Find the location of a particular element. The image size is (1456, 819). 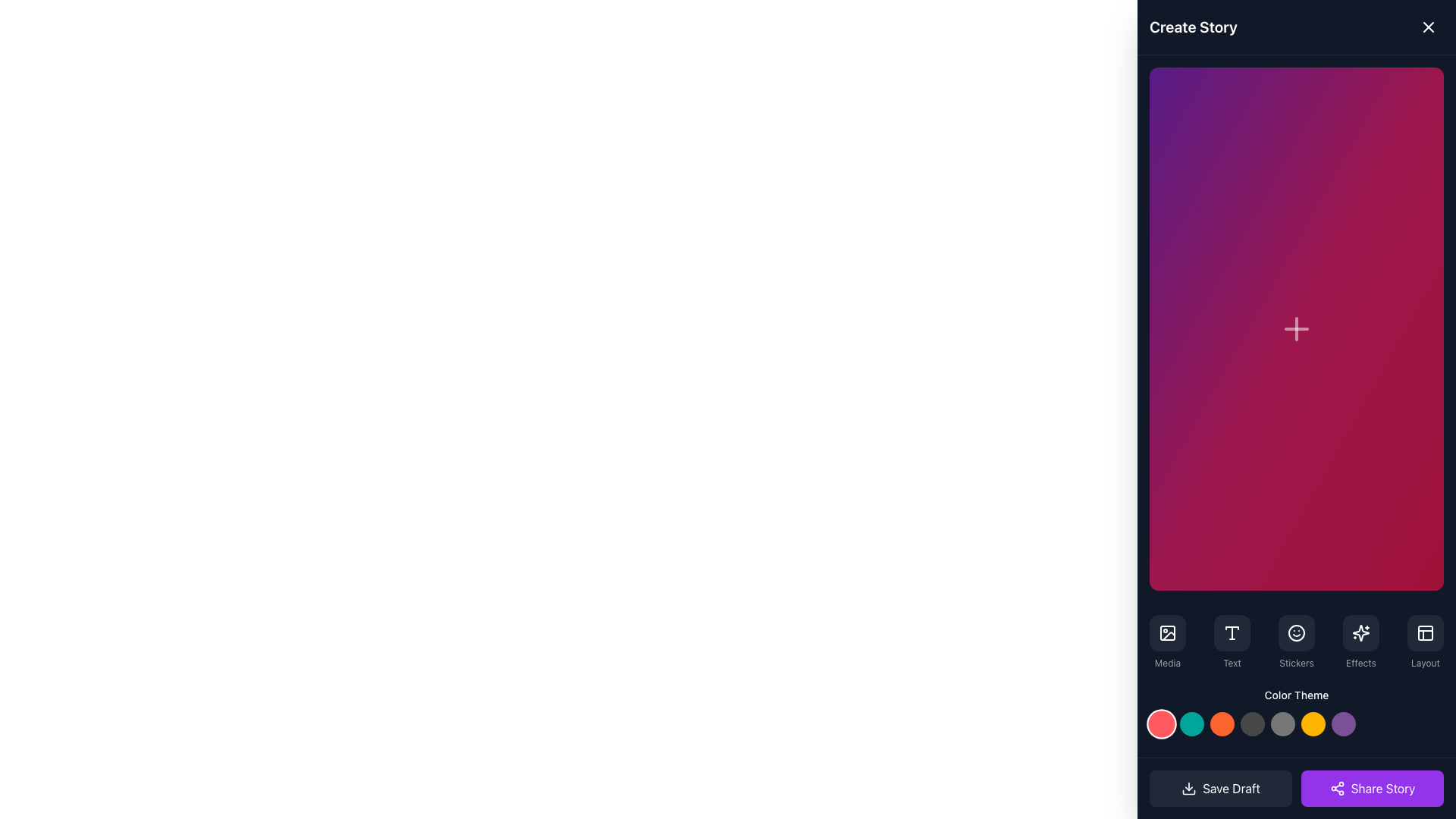

the download icon located on the left side of the 'Save Draft' button in the bottom-left area of the control bar is located at coordinates (1188, 788).